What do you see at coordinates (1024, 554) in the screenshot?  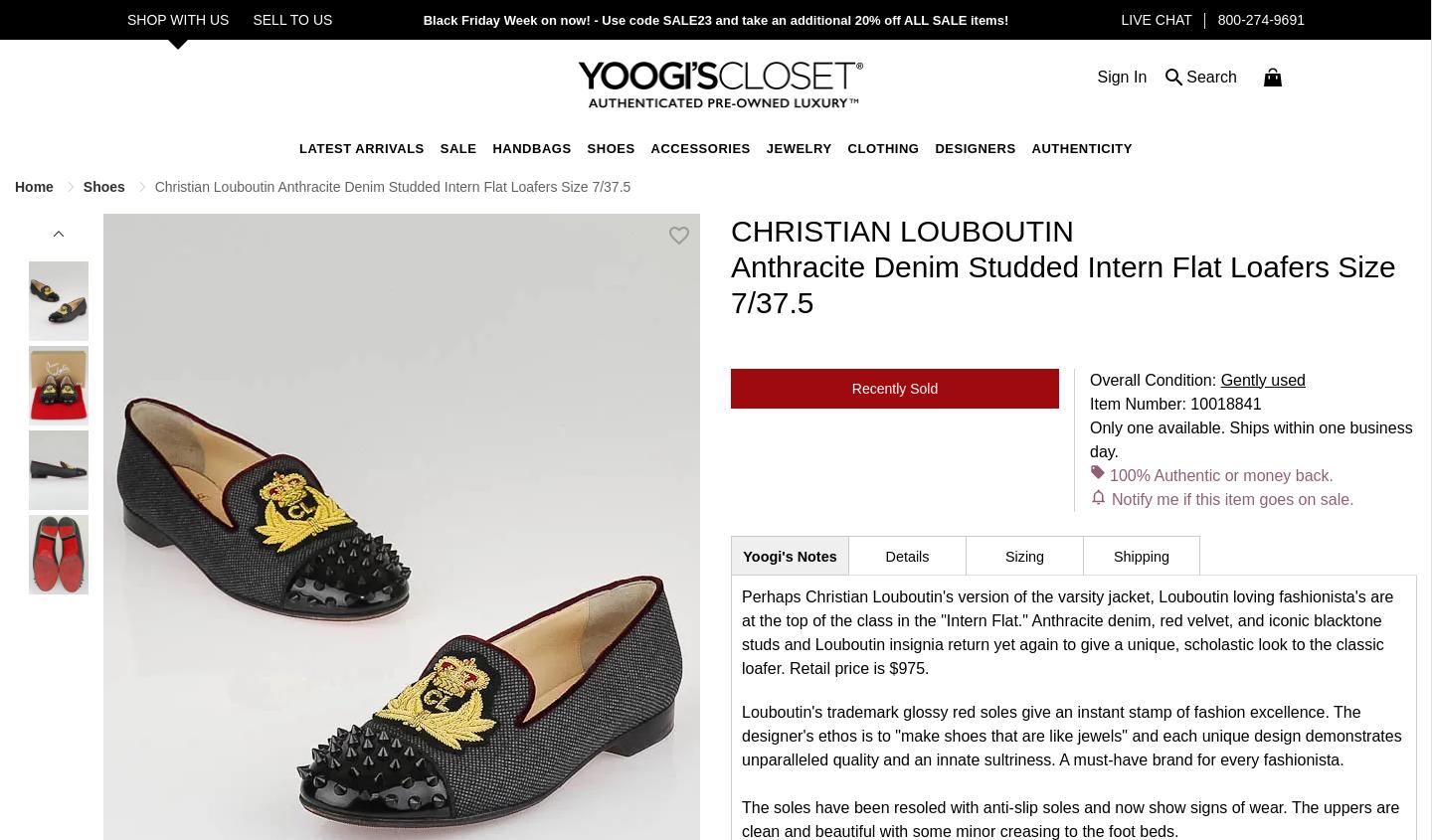 I see `'Sizing'` at bounding box center [1024, 554].